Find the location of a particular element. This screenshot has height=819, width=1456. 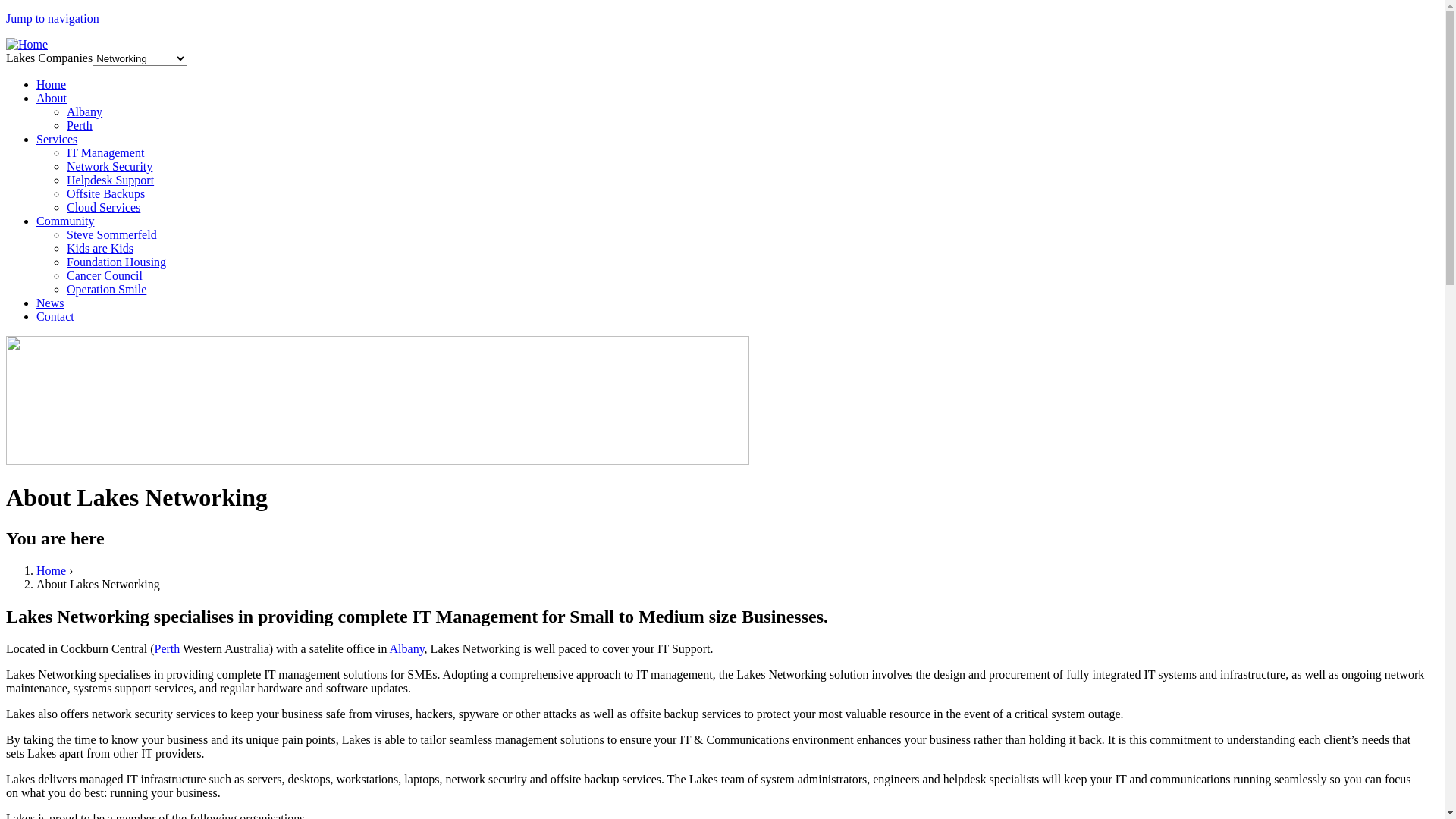

'Albany' is located at coordinates (83, 111).